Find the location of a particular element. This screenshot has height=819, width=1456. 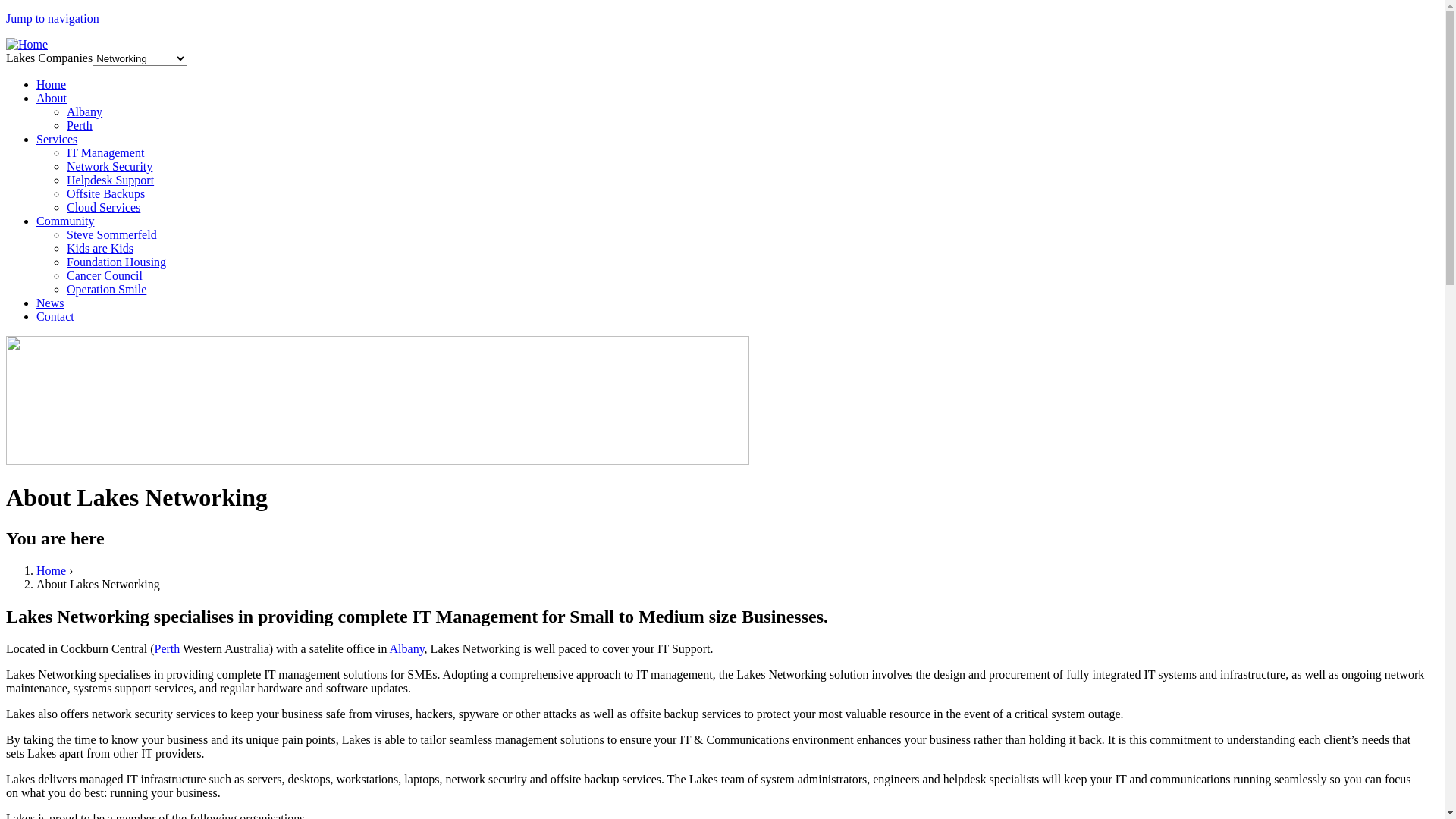

'Albany' is located at coordinates (83, 111).